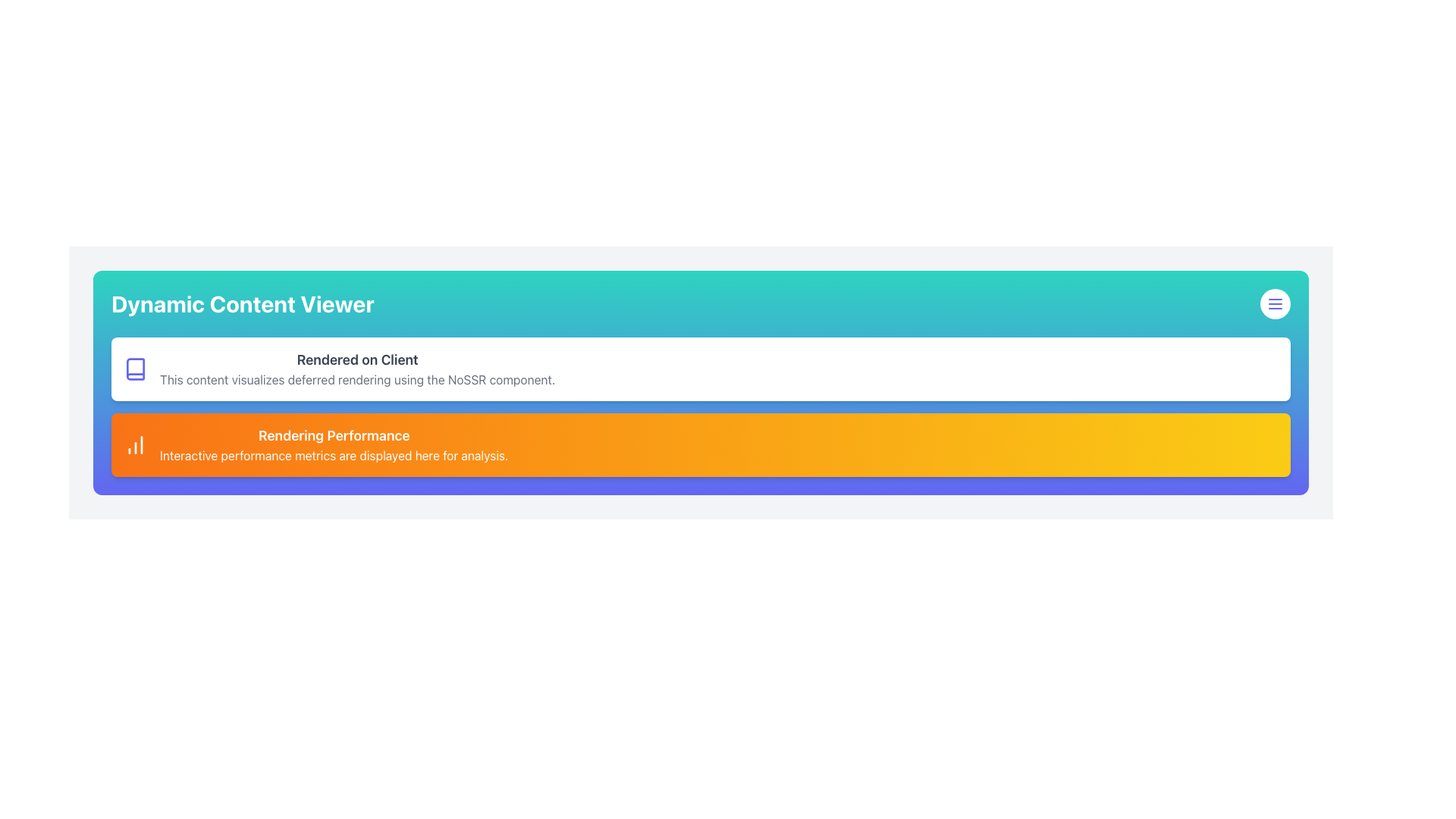 This screenshot has width=1456, height=819. I want to click on the book icon, so click(135, 369).